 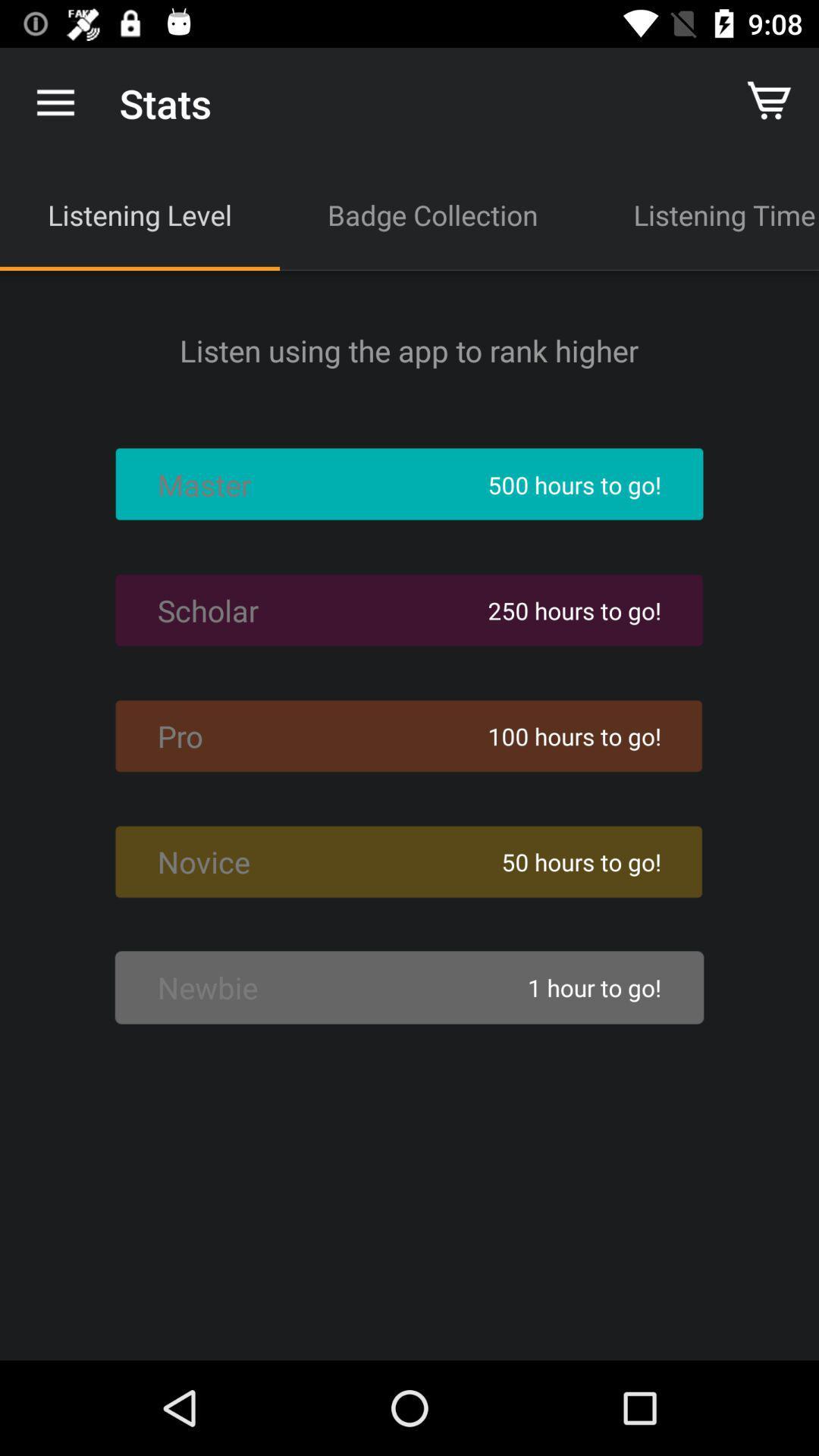 What do you see at coordinates (702, 214) in the screenshot?
I see `the icon to the right of badge collection` at bounding box center [702, 214].